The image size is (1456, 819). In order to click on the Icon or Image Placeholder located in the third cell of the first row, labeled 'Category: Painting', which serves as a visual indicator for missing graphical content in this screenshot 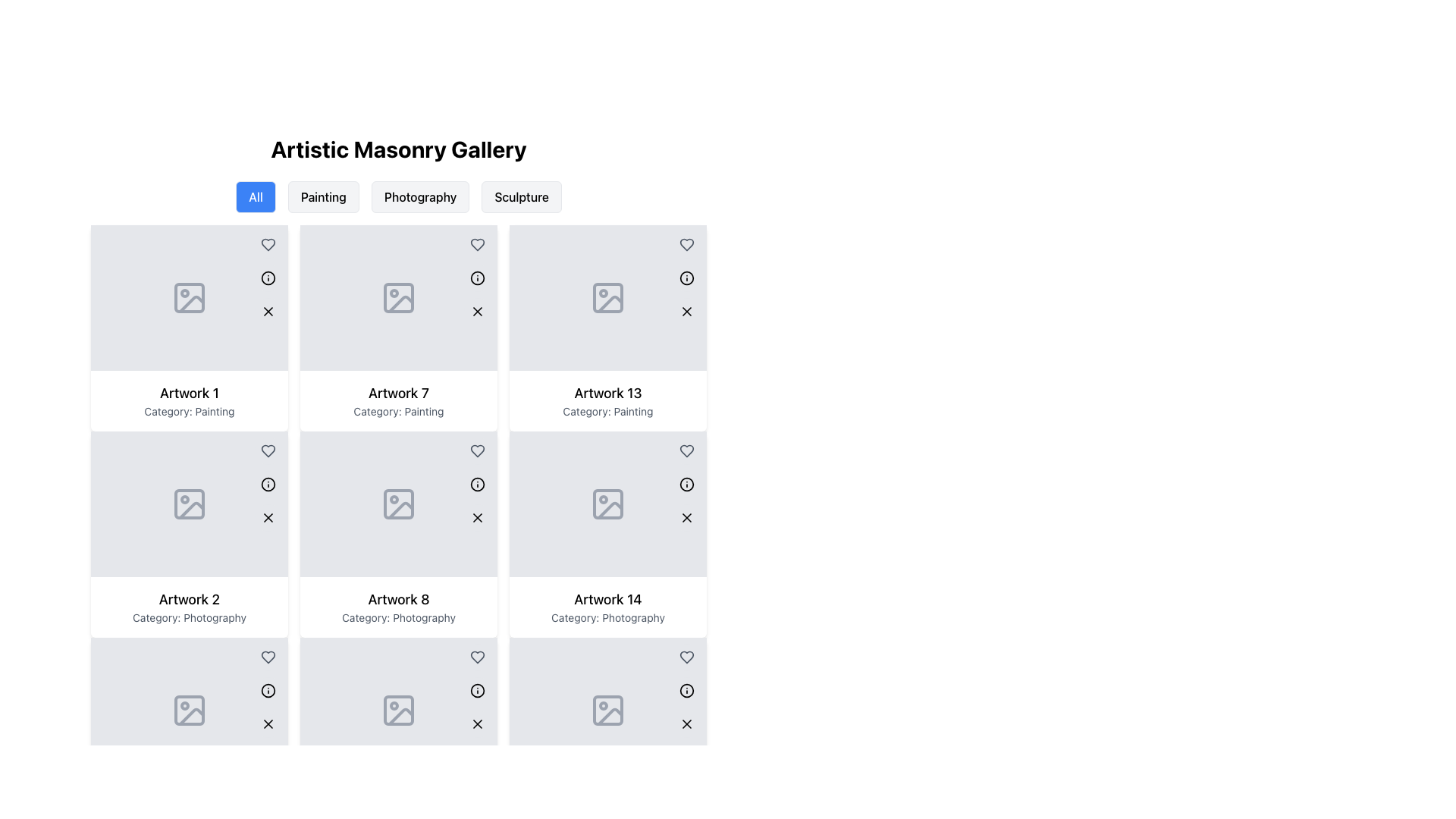, I will do `click(399, 298)`.